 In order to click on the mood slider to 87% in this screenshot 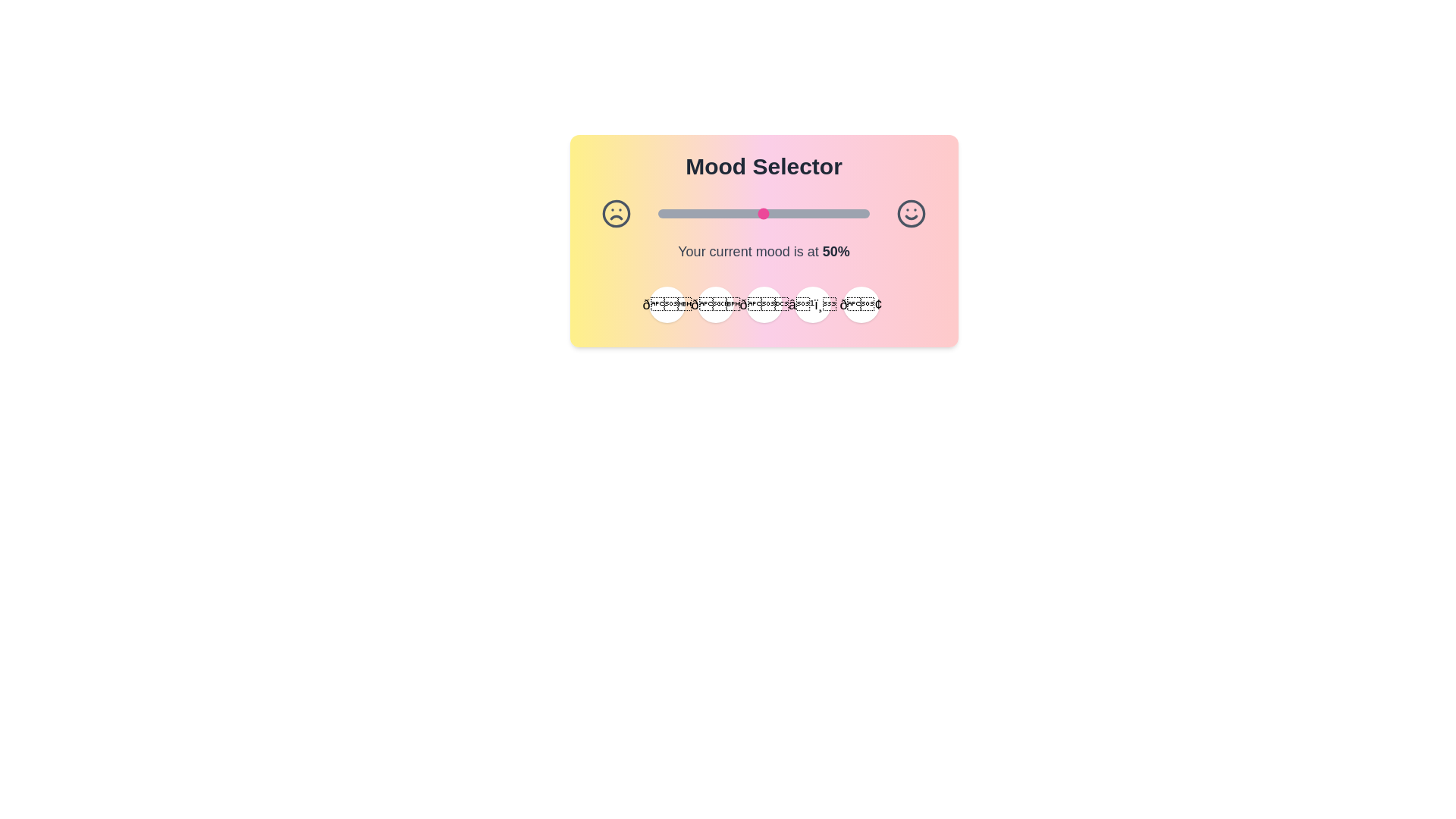, I will do `click(841, 213)`.